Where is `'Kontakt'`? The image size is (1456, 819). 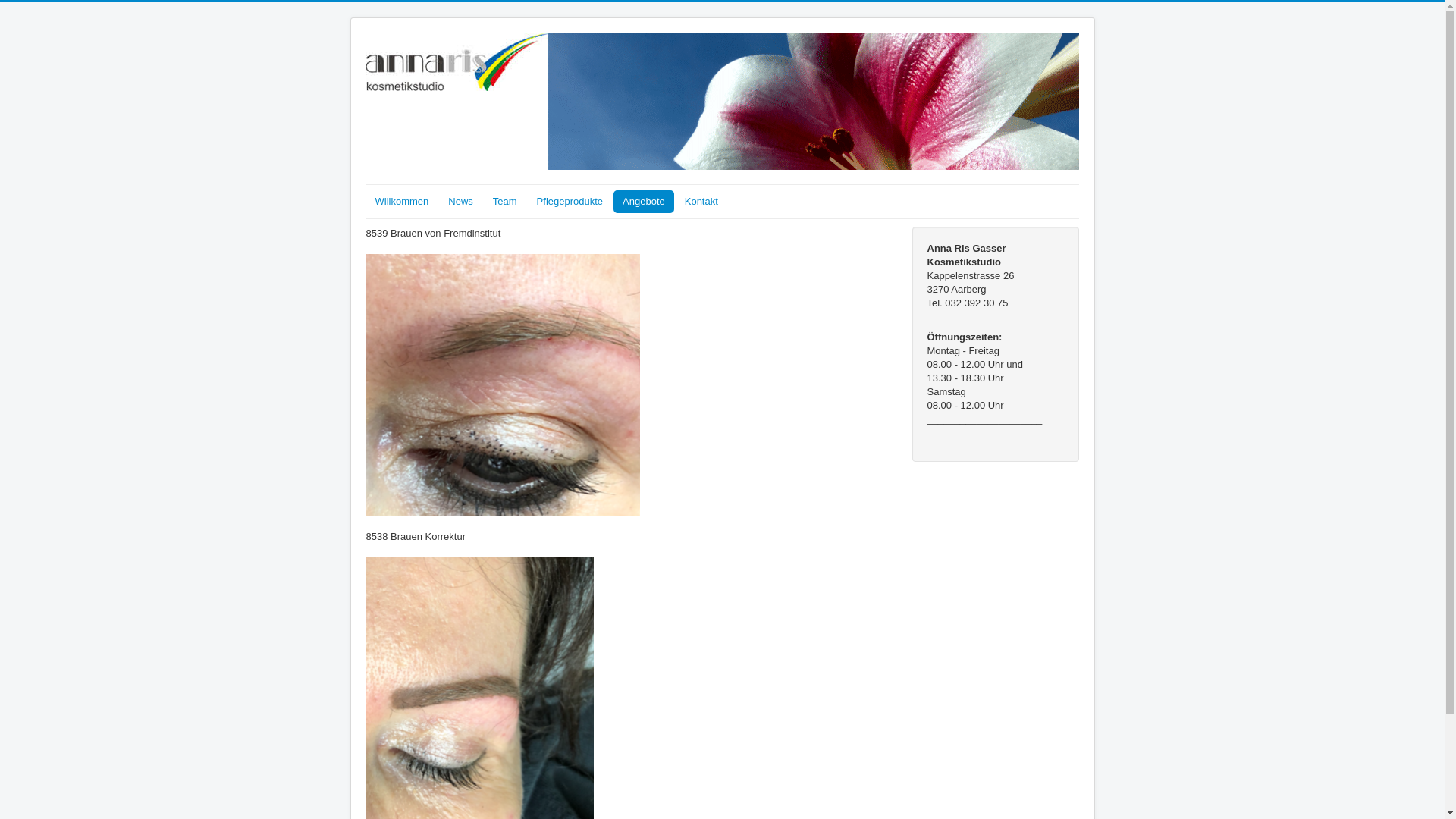
'Kontakt' is located at coordinates (701, 201).